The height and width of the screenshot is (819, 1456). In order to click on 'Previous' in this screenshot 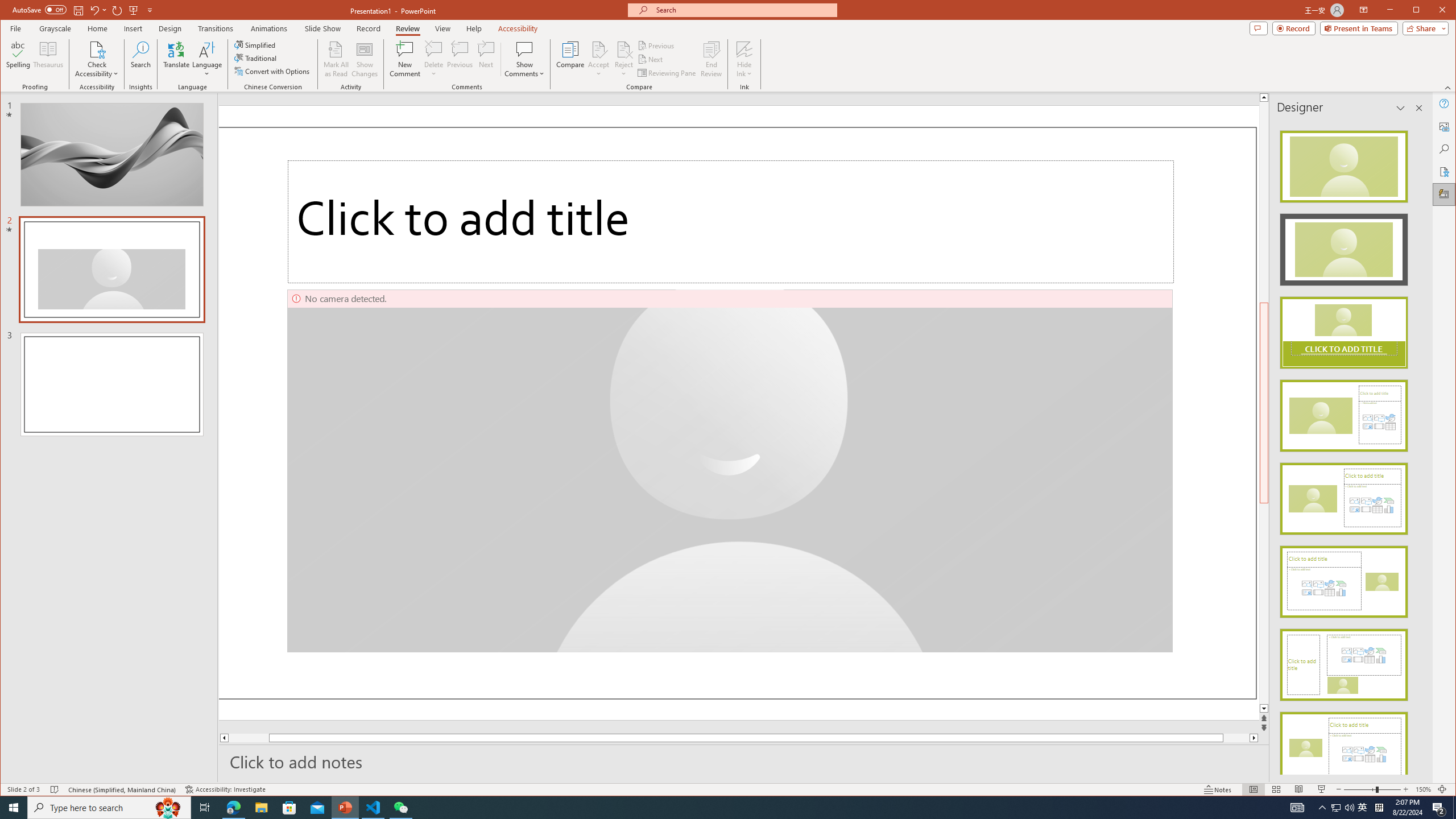, I will do `click(656, 45)`.